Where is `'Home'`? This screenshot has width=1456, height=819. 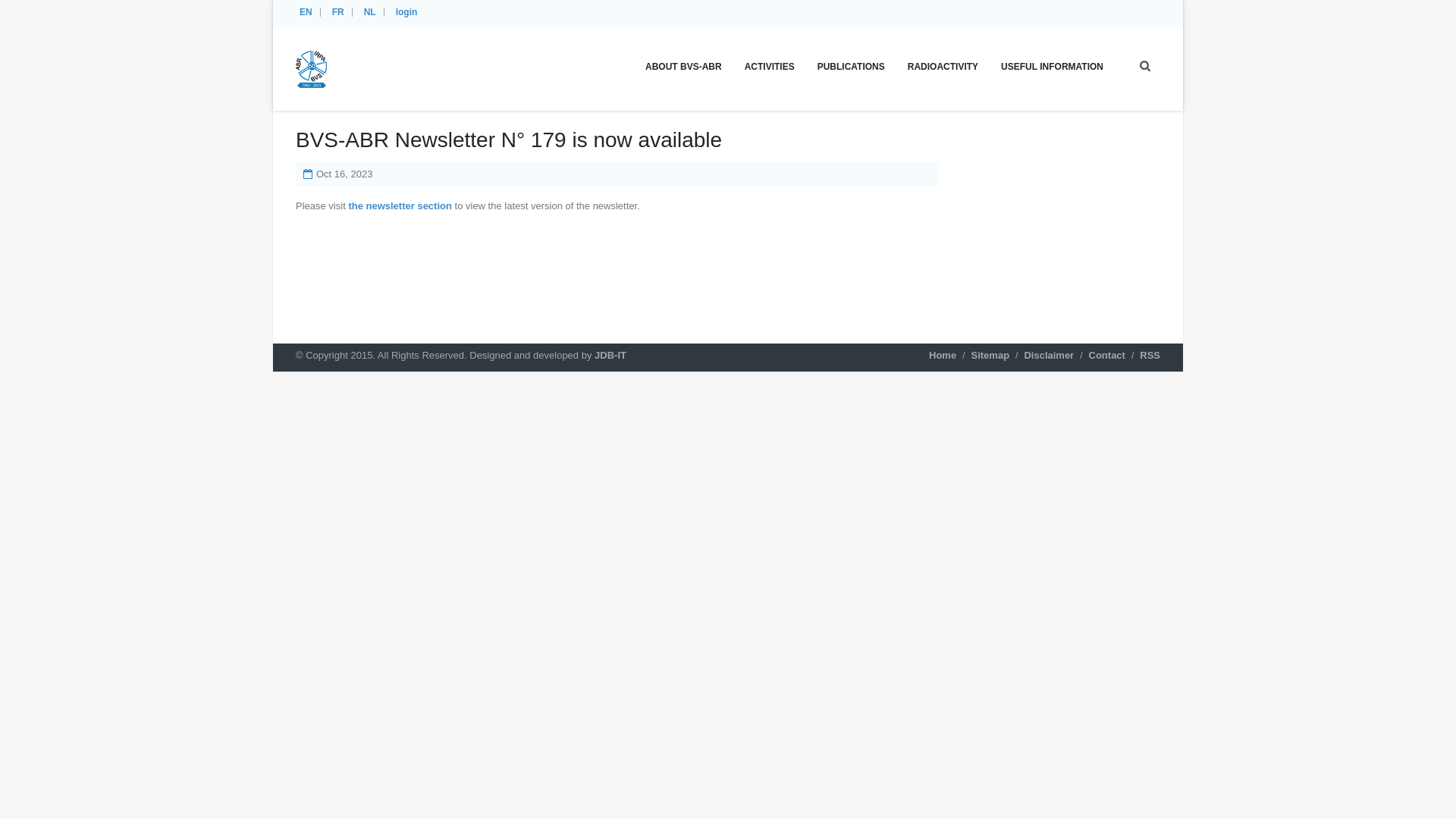
'Home' is located at coordinates (942, 355).